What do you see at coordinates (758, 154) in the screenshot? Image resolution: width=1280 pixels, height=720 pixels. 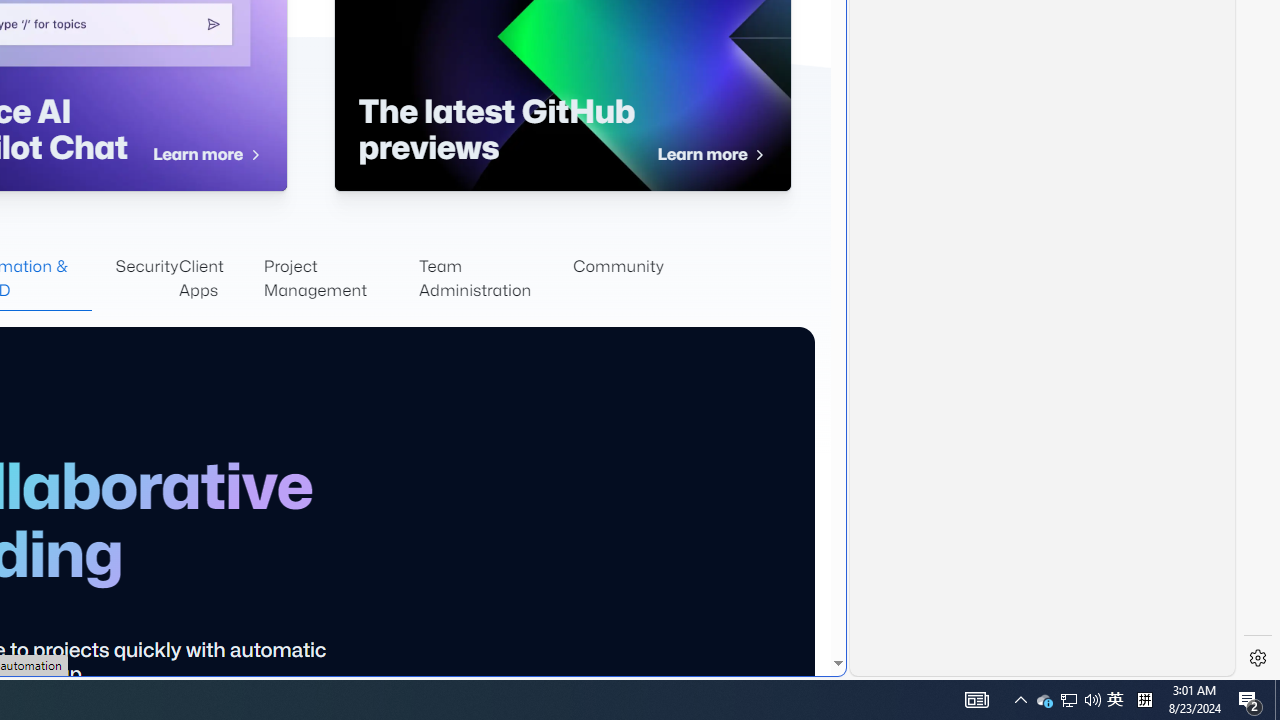 I see `'Class: octicon arrow-symbol-mktg octicon'` at bounding box center [758, 154].